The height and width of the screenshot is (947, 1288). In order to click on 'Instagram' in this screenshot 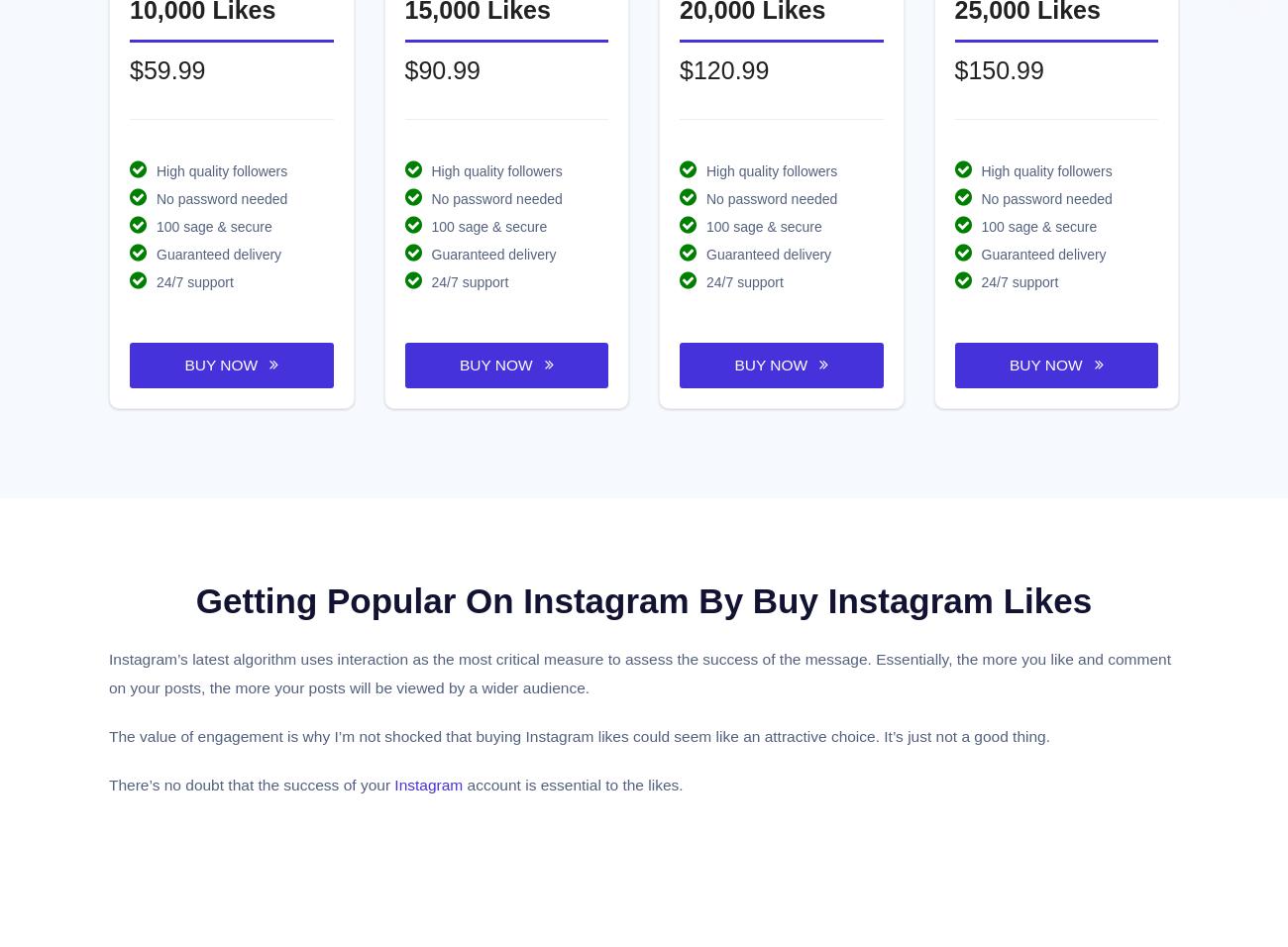, I will do `click(428, 783)`.